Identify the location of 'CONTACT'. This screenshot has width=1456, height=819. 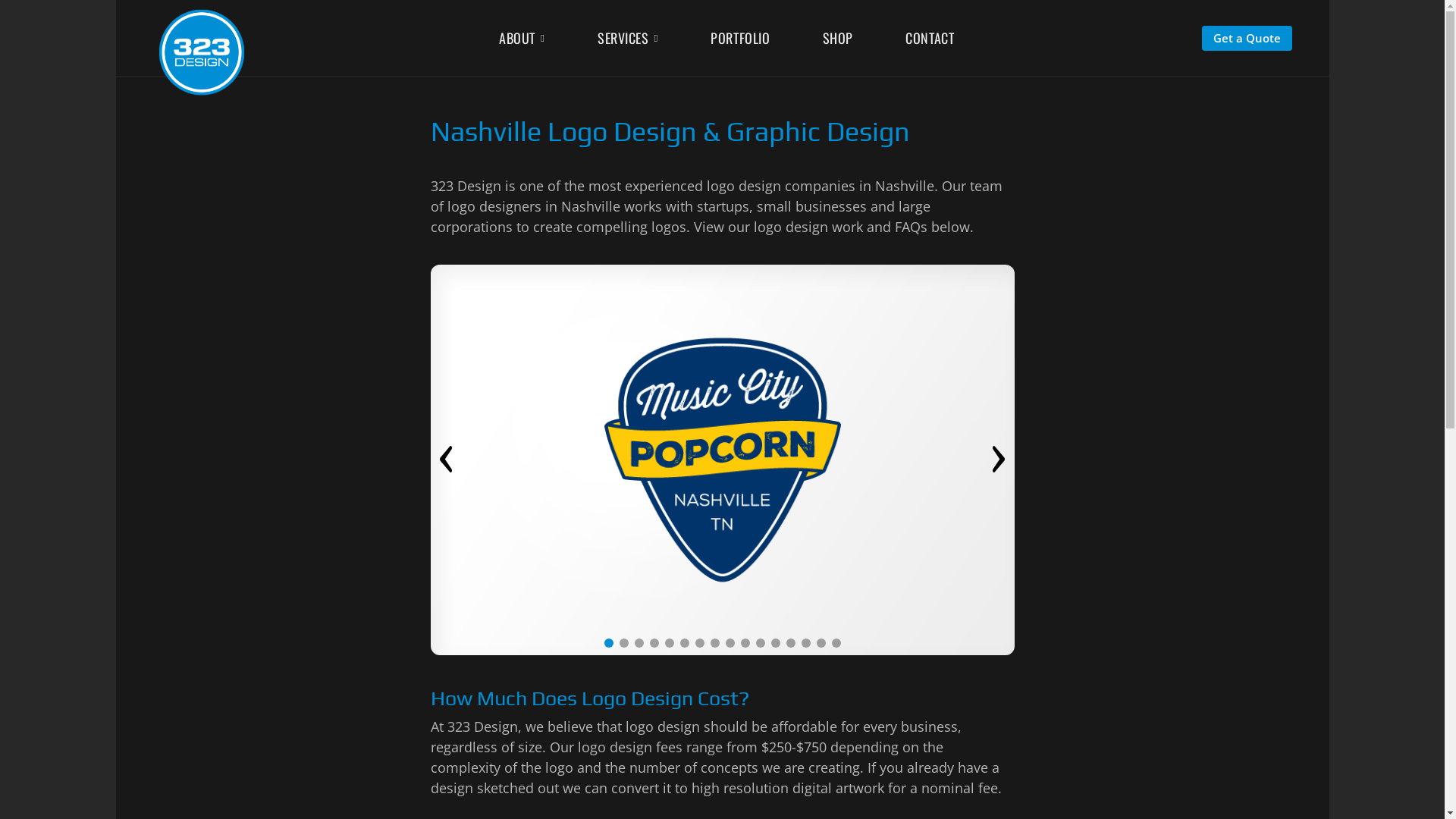
(928, 36).